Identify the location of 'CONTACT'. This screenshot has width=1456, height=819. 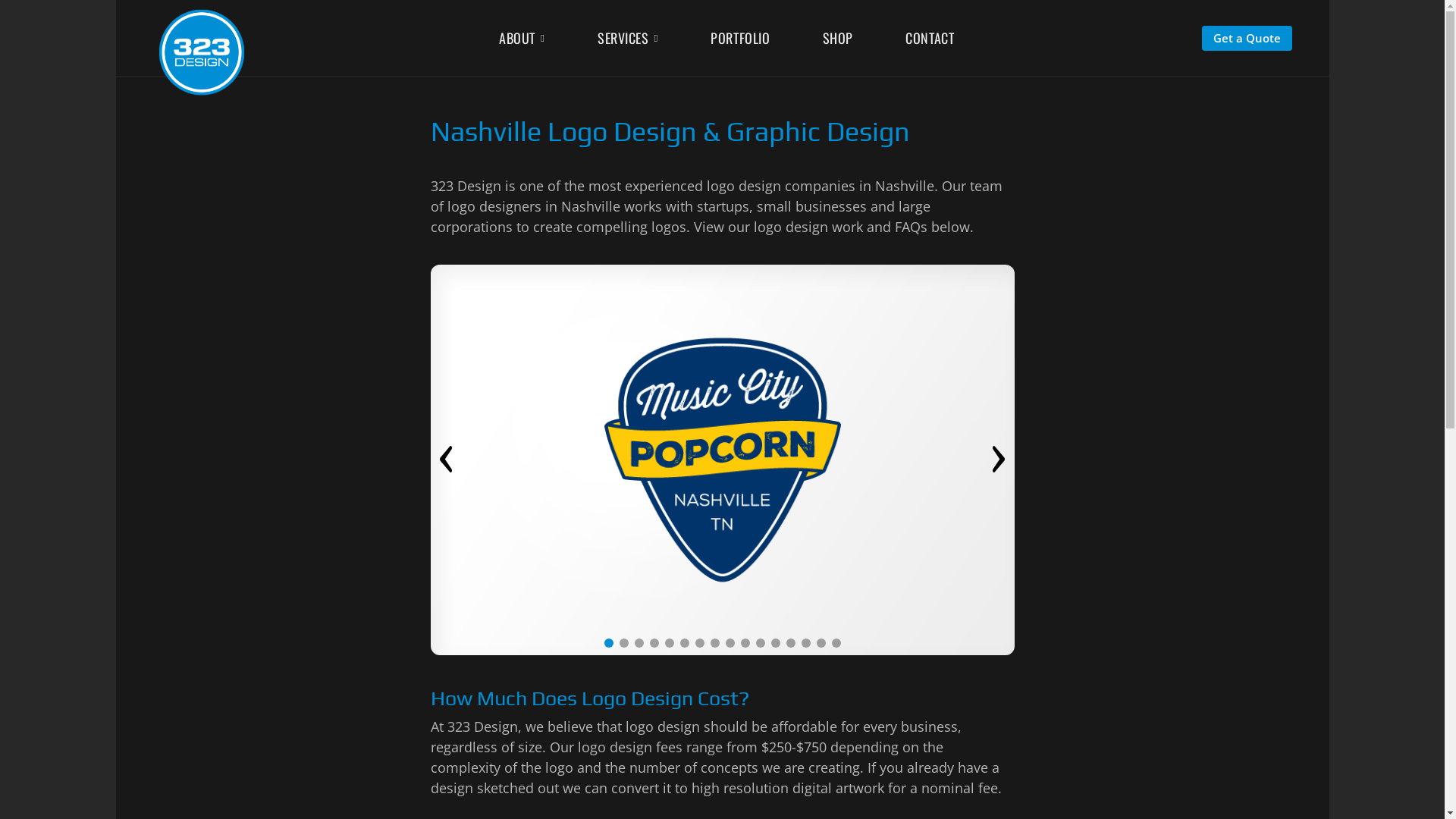
(928, 36).